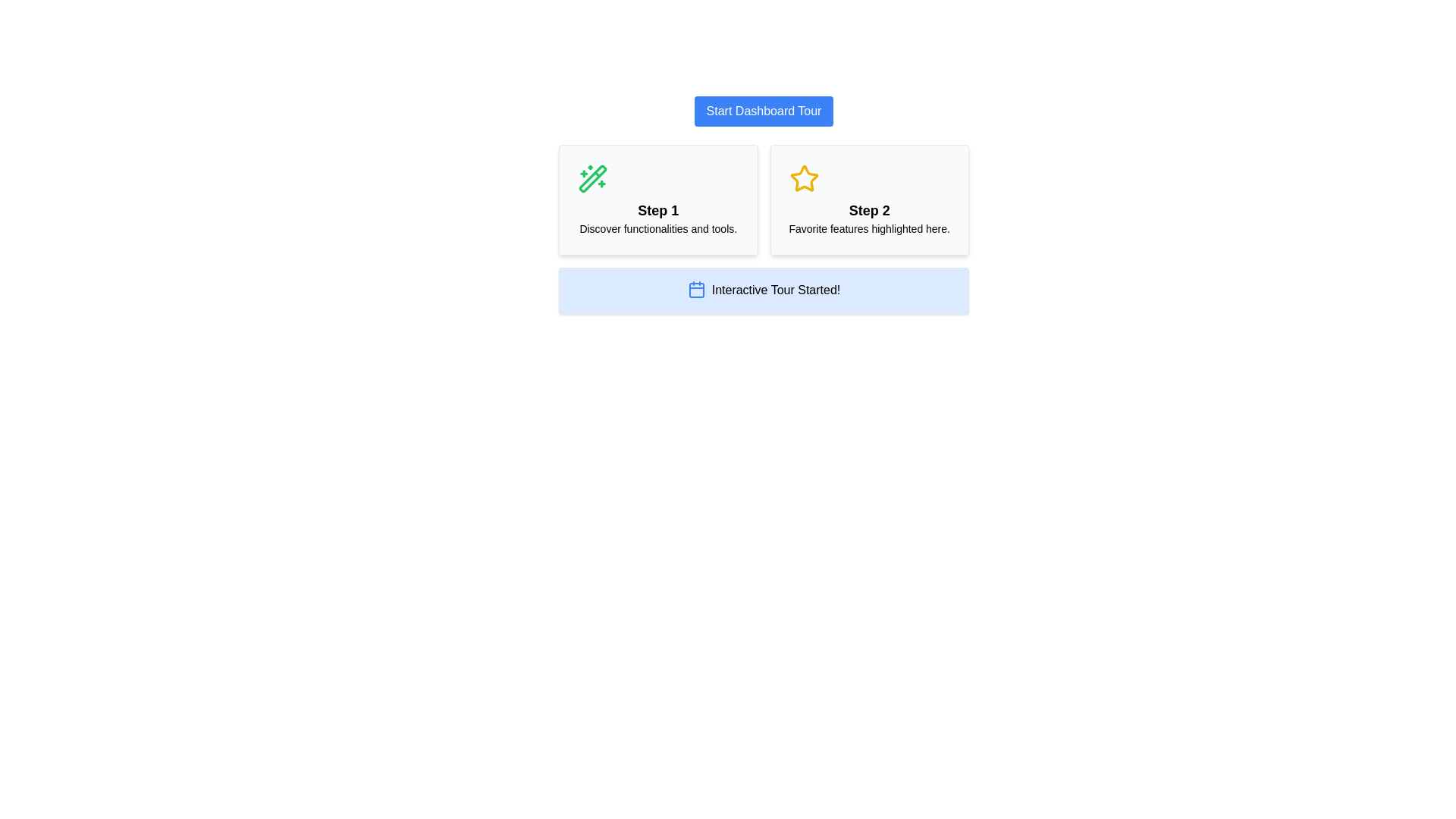 The width and height of the screenshot is (1456, 819). Describe the element at coordinates (695, 290) in the screenshot. I see `the calendar icon, which is centered within a blue background and located above the text 'Interactive Tour Started!'` at that location.